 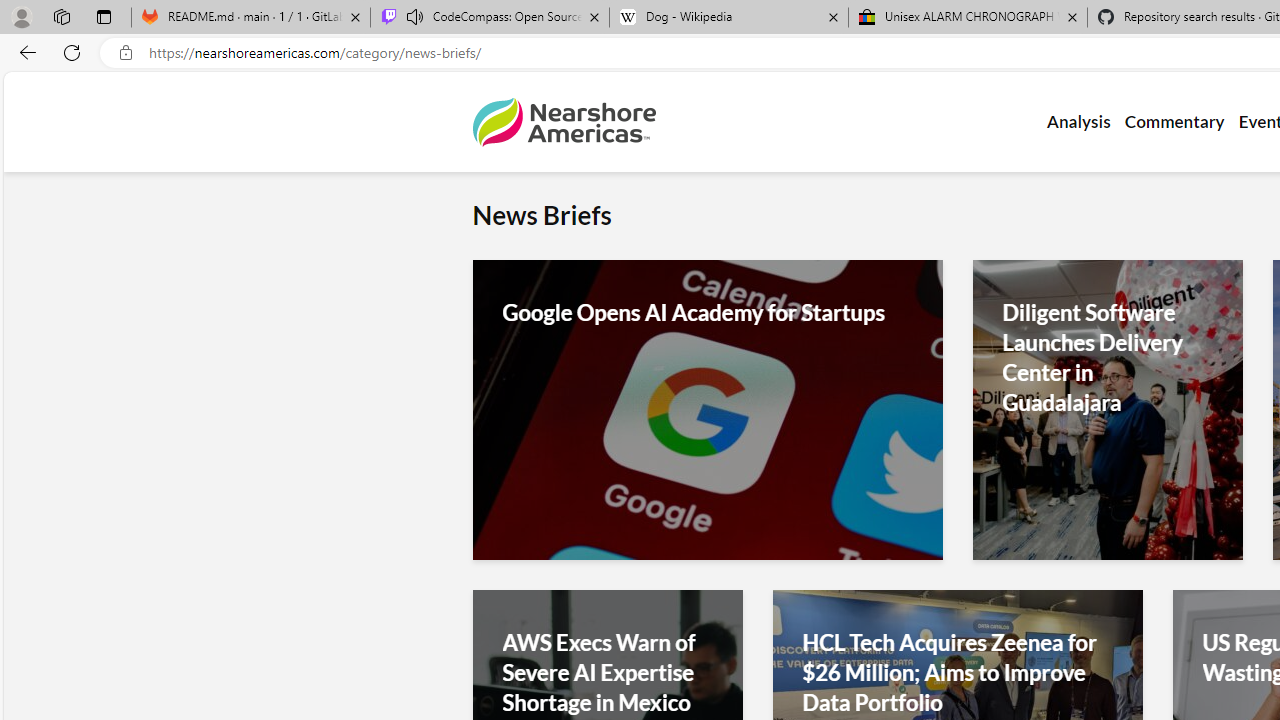 I want to click on 'Mute tab', so click(x=413, y=16).